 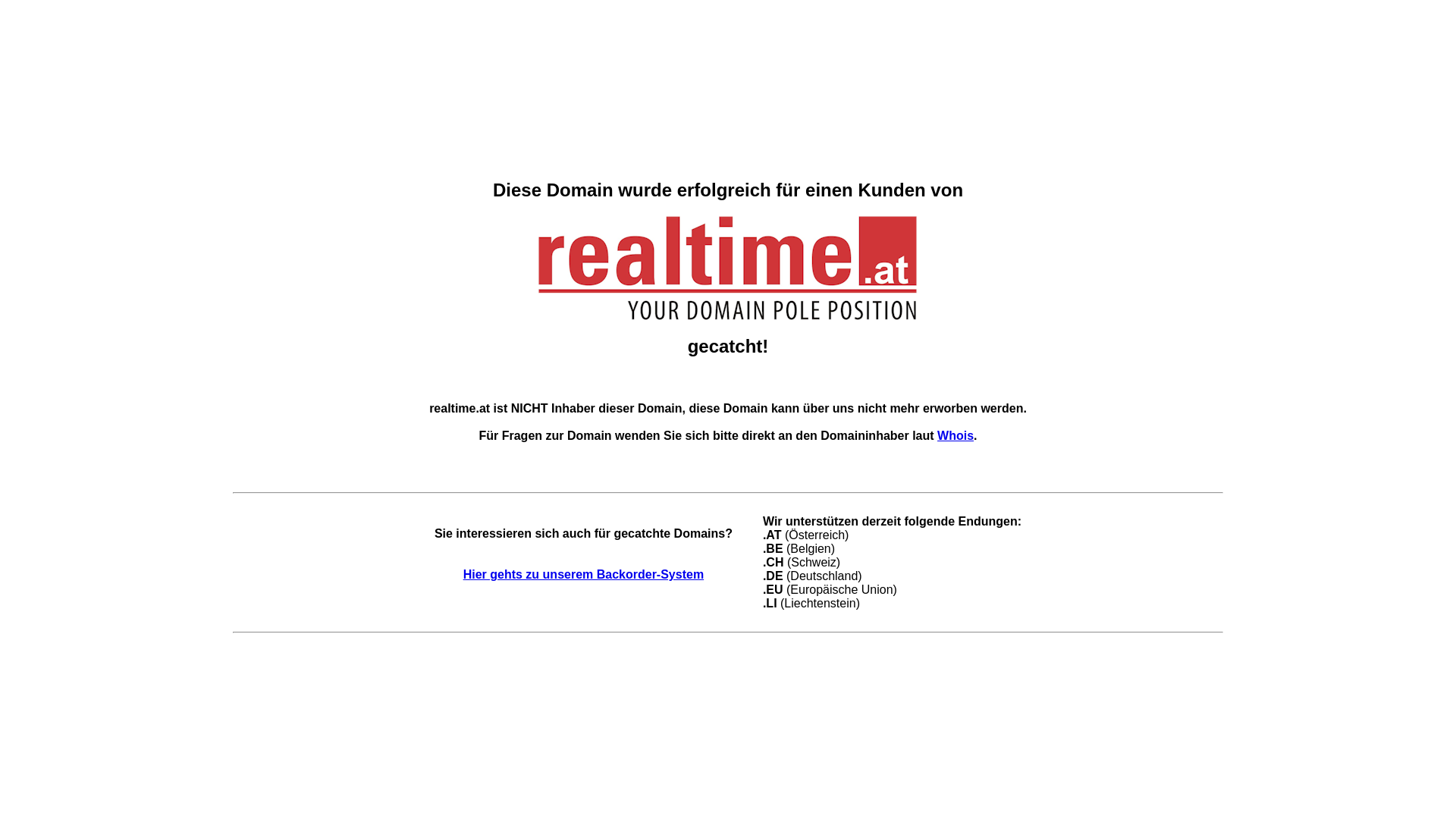 I want to click on 'Whois', so click(x=937, y=435).